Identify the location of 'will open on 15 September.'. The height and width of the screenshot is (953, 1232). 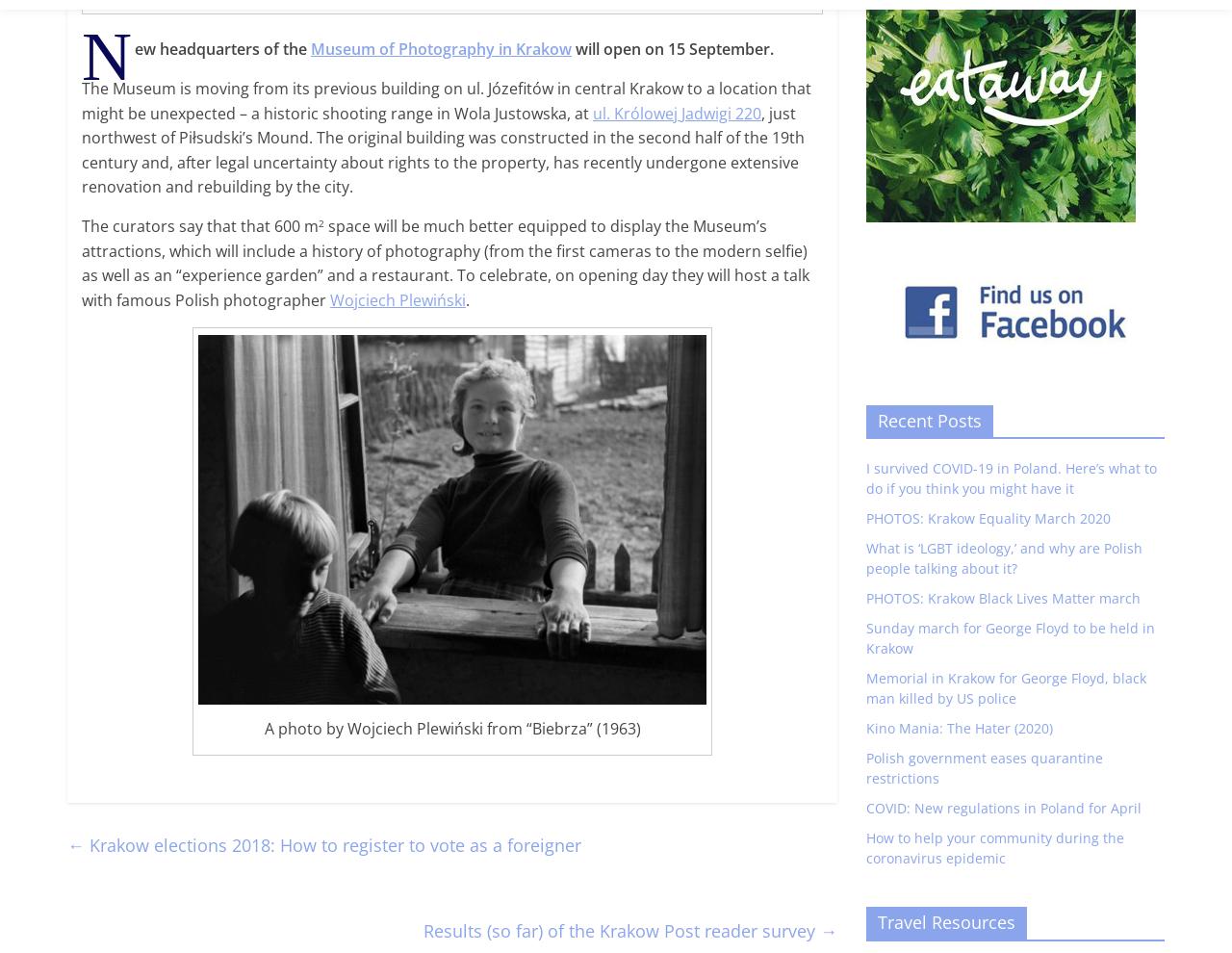
(673, 47).